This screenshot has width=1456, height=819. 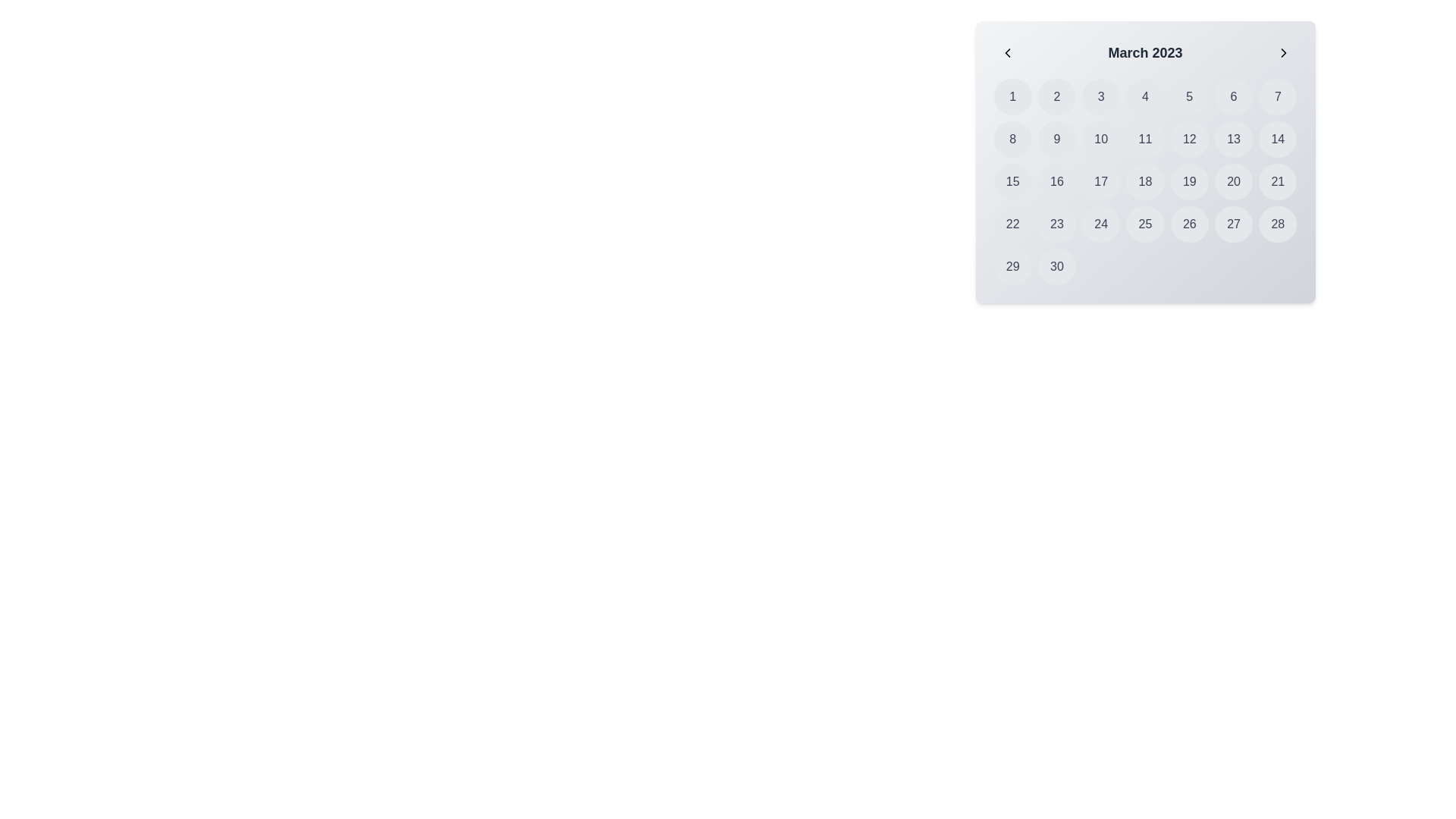 I want to click on the Calendar Date Button displaying the number '29', so click(x=1012, y=265).